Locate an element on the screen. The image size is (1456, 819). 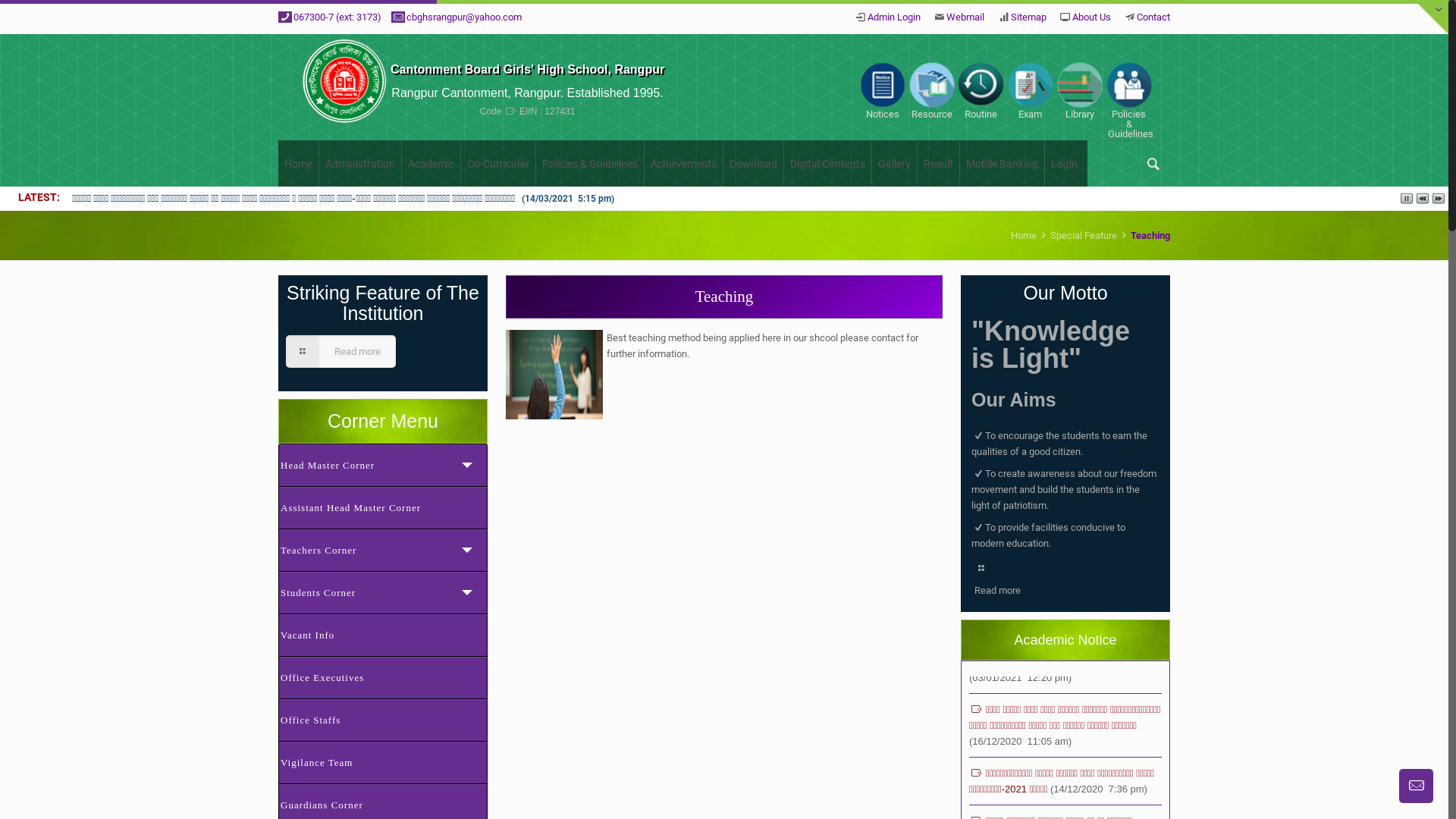
'About Us' is located at coordinates (1072, 17).